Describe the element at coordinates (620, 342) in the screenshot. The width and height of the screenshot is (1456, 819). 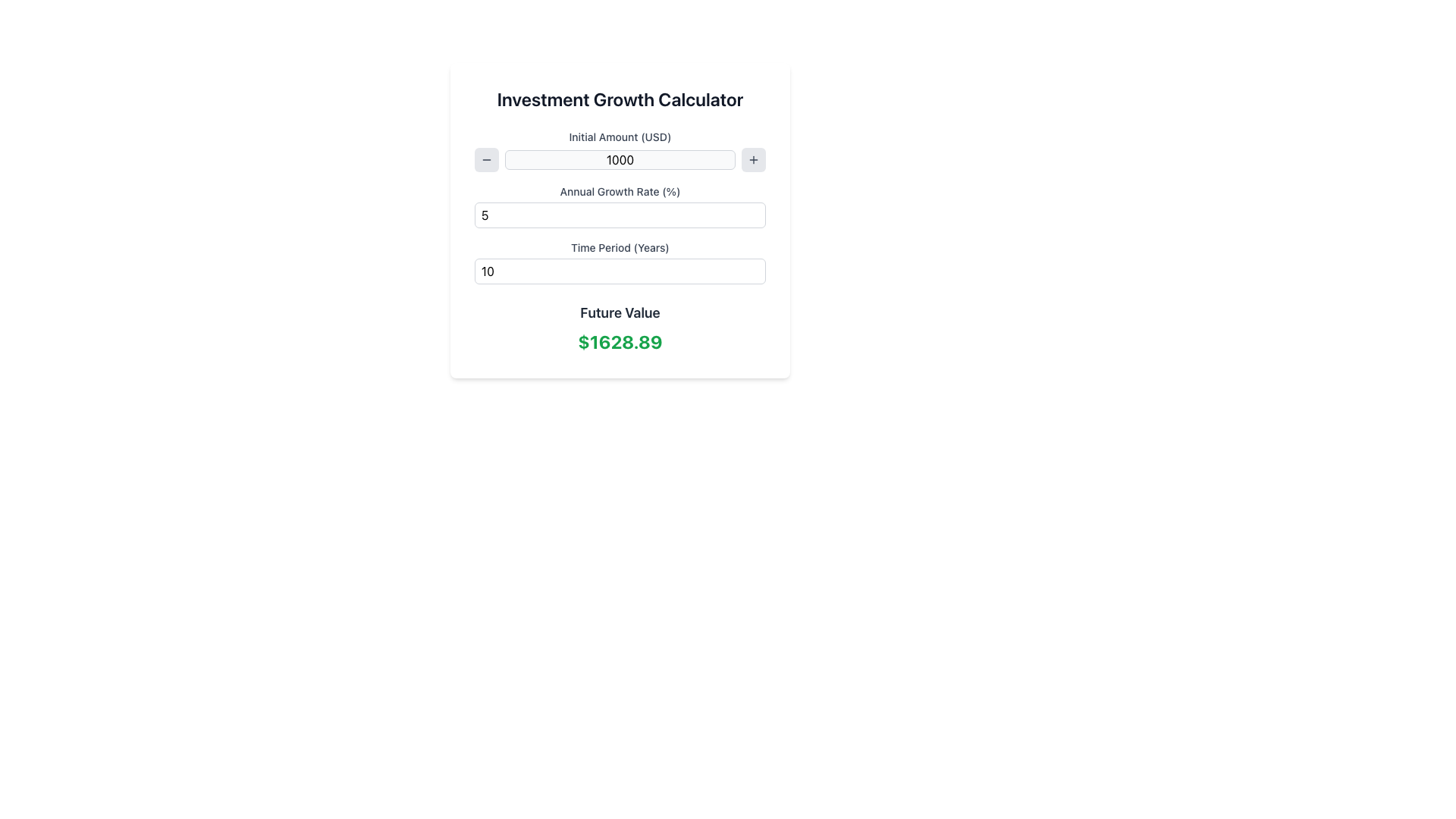
I see `the Text Label that displays the calculated future investment value, located directly under the 'Future Value' label in the calculator interface` at that location.